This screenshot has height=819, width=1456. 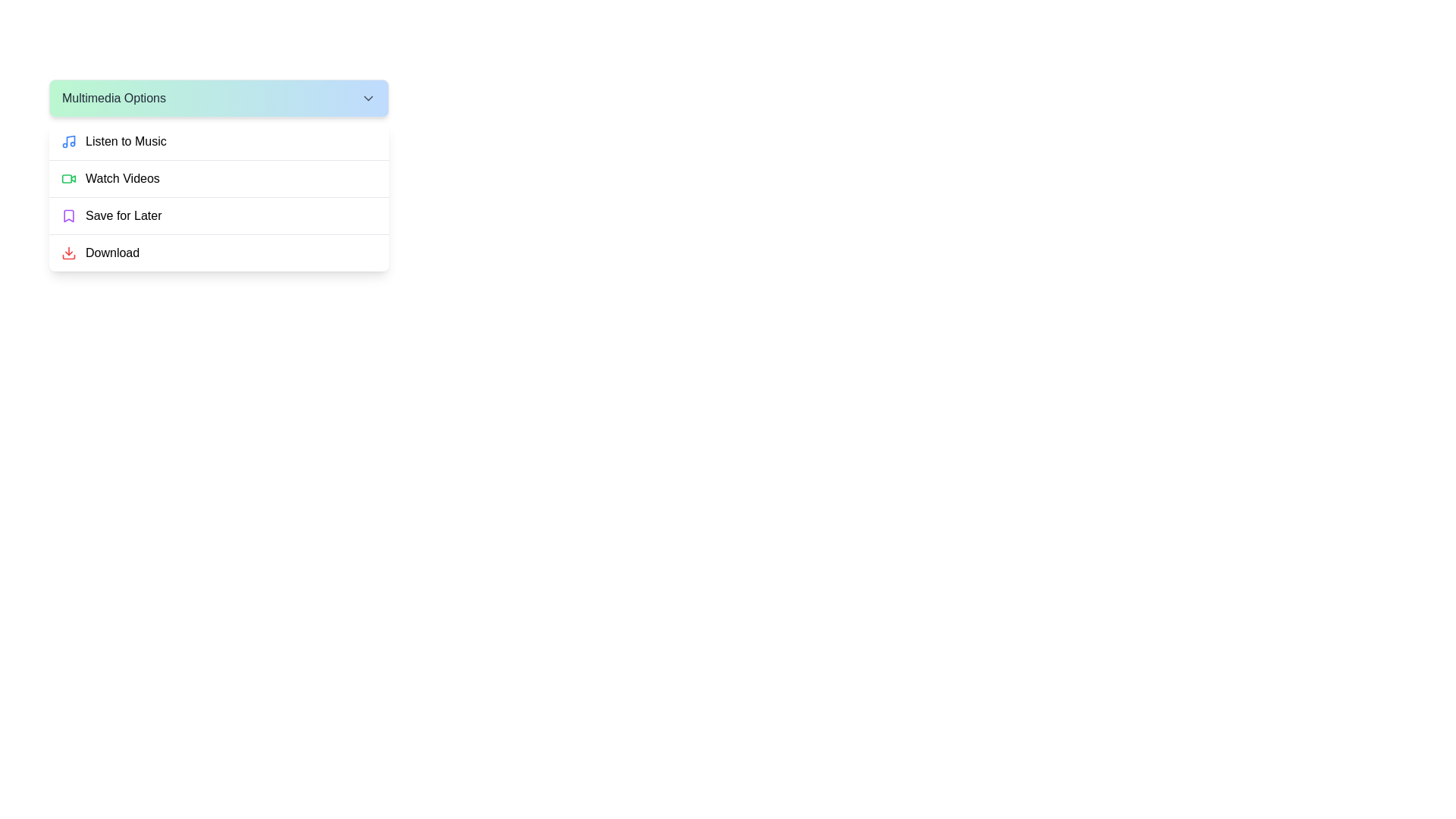 What do you see at coordinates (218, 141) in the screenshot?
I see `the 'Listen to Music' menu item, which is the first item in the 'Multimedia Options' dropdown list` at bounding box center [218, 141].